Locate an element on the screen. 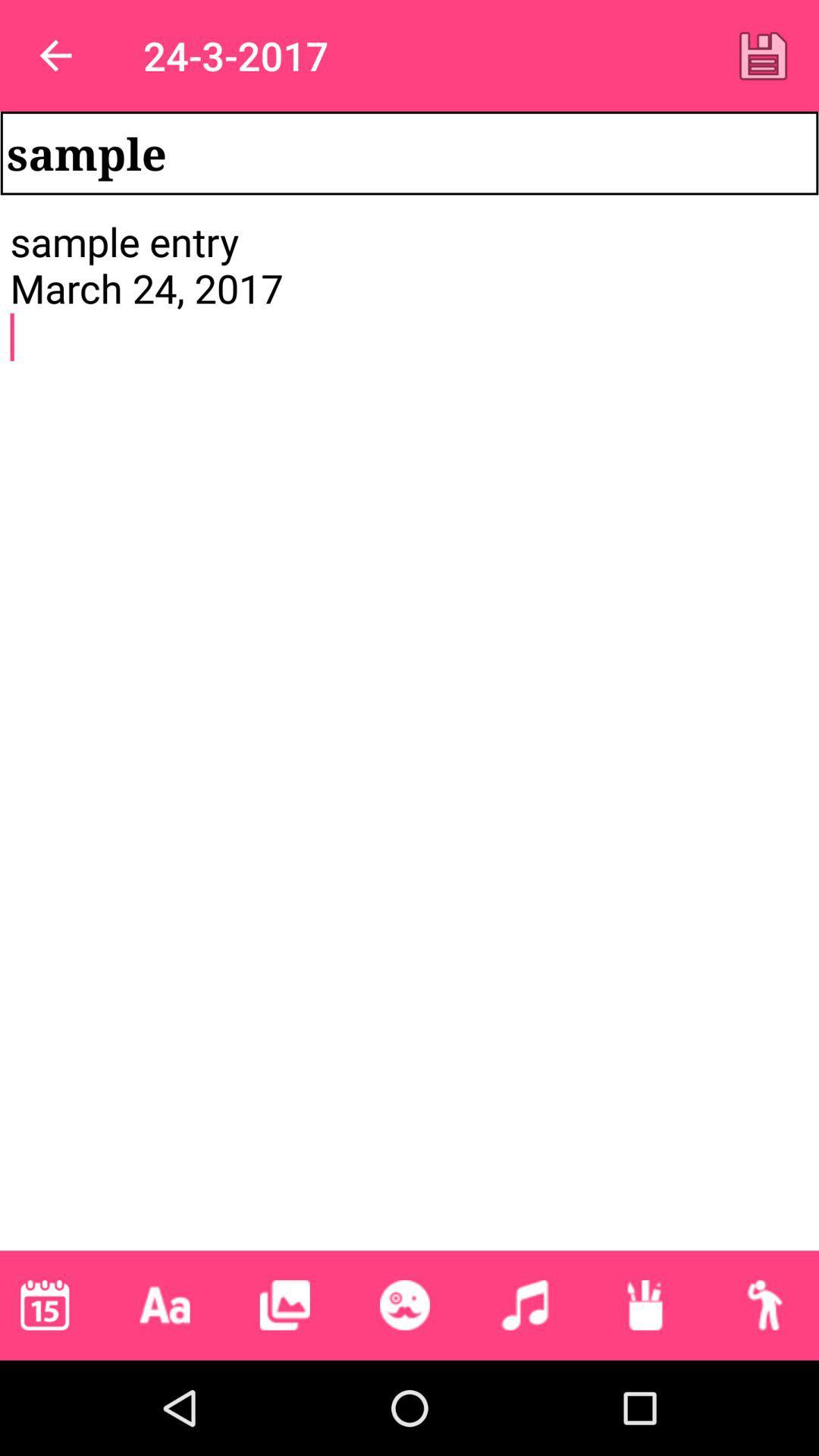 Image resolution: width=819 pixels, height=1456 pixels. icon above sample is located at coordinates (763, 55).